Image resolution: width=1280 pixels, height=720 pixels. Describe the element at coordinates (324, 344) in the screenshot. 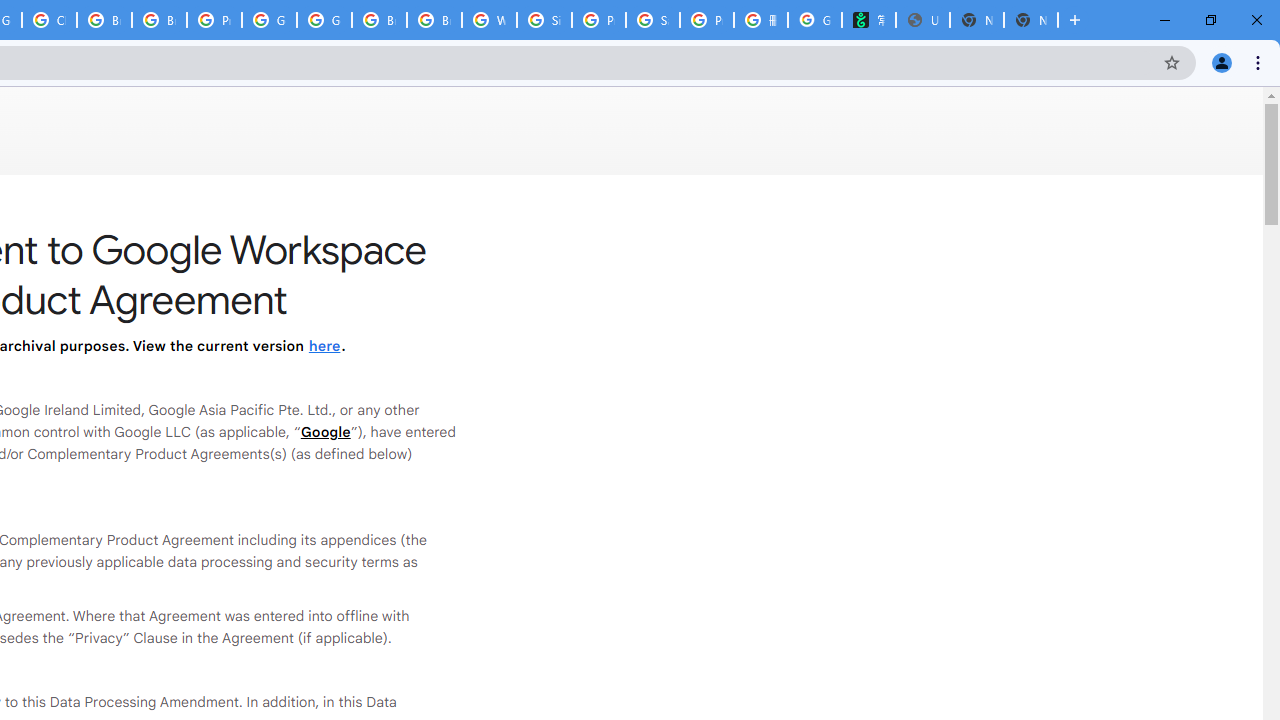

I see `'here'` at that location.